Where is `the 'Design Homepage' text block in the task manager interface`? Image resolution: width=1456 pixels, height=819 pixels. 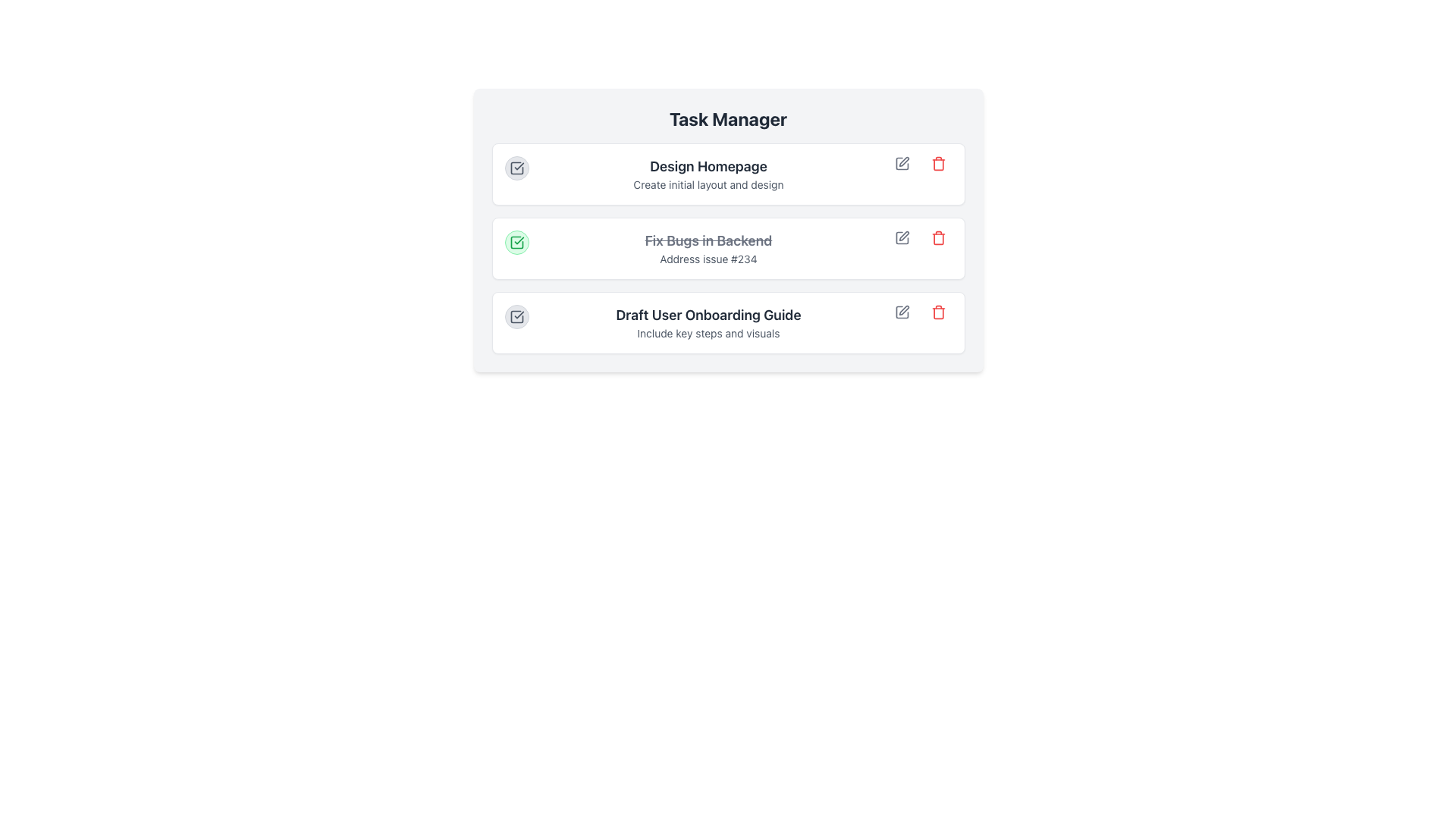
the 'Design Homepage' text block in the task manager interface is located at coordinates (708, 174).